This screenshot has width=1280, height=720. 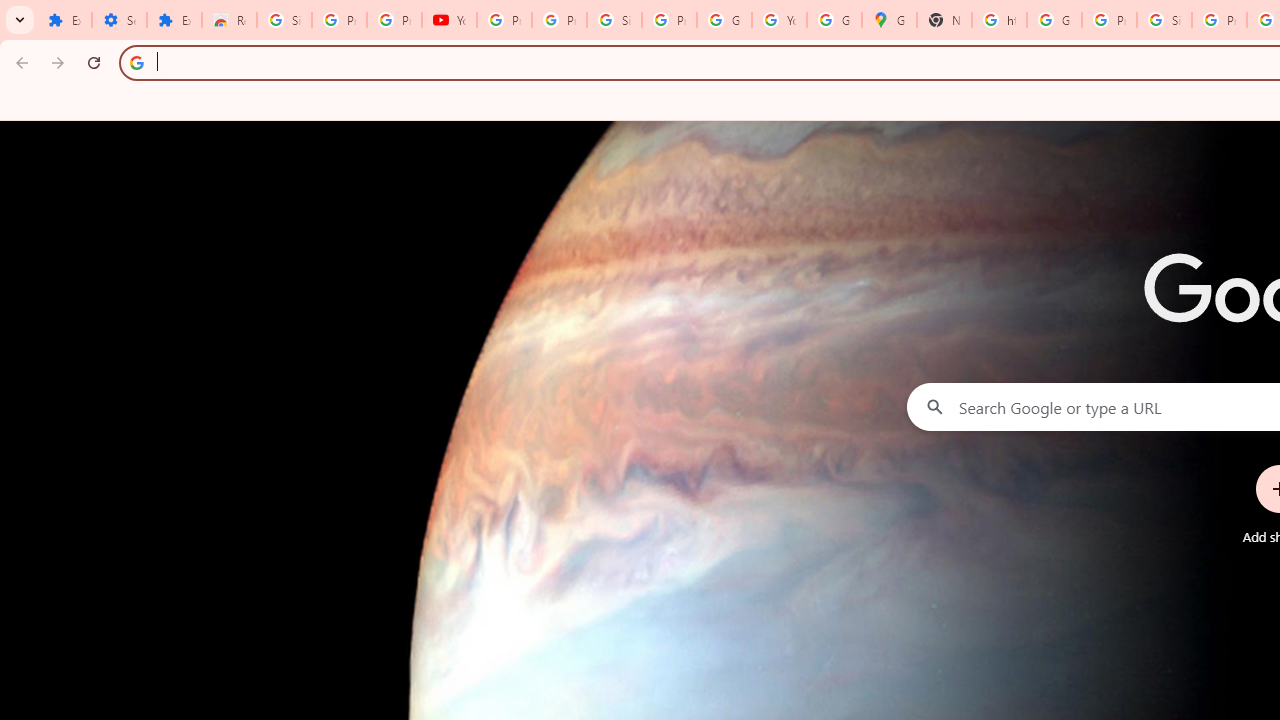 I want to click on 'Google Maps', so click(x=887, y=20).